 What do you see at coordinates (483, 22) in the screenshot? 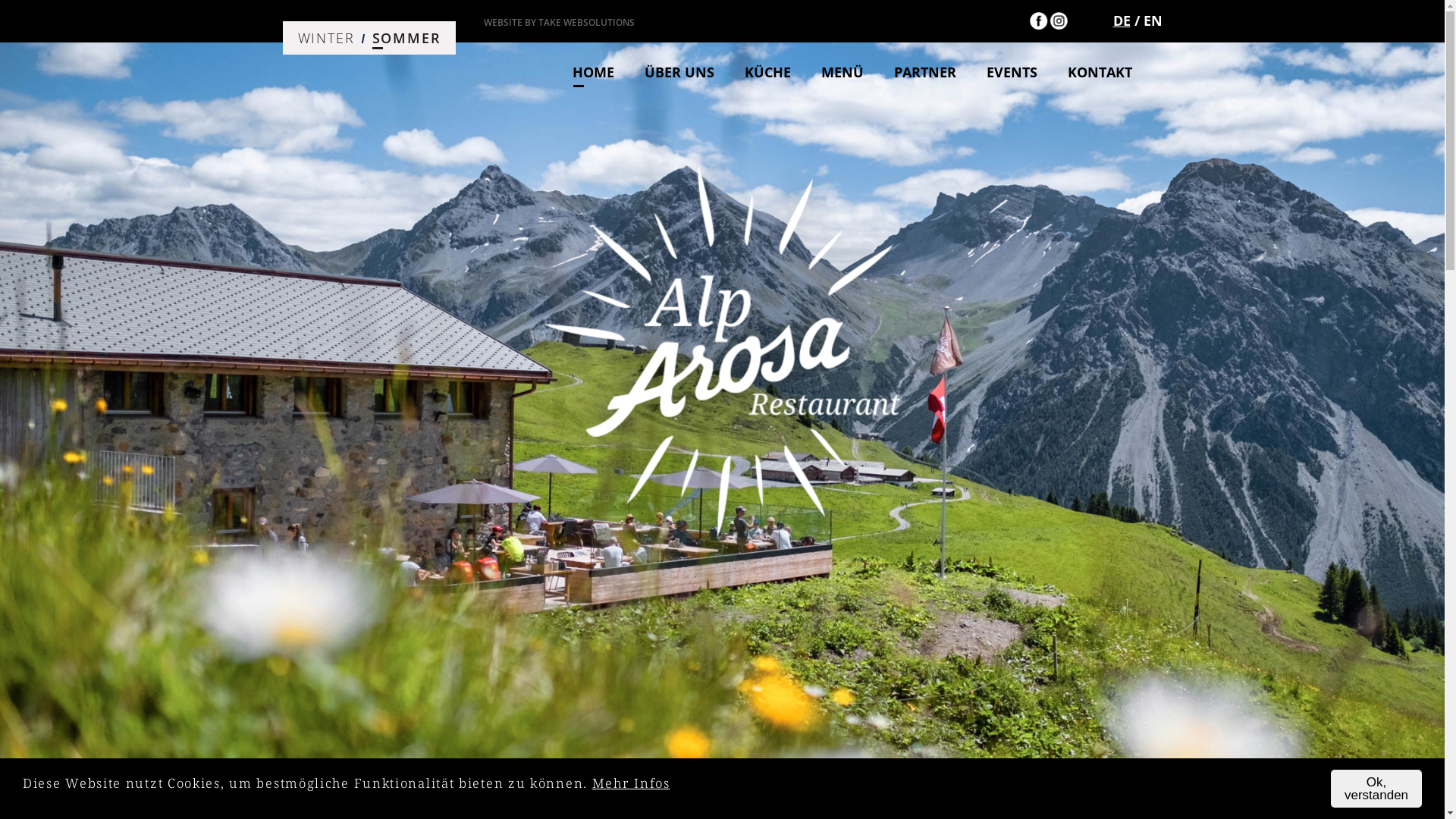
I see `'WEBSITE BY TAKE WEBSOLUTIONS'` at bounding box center [483, 22].